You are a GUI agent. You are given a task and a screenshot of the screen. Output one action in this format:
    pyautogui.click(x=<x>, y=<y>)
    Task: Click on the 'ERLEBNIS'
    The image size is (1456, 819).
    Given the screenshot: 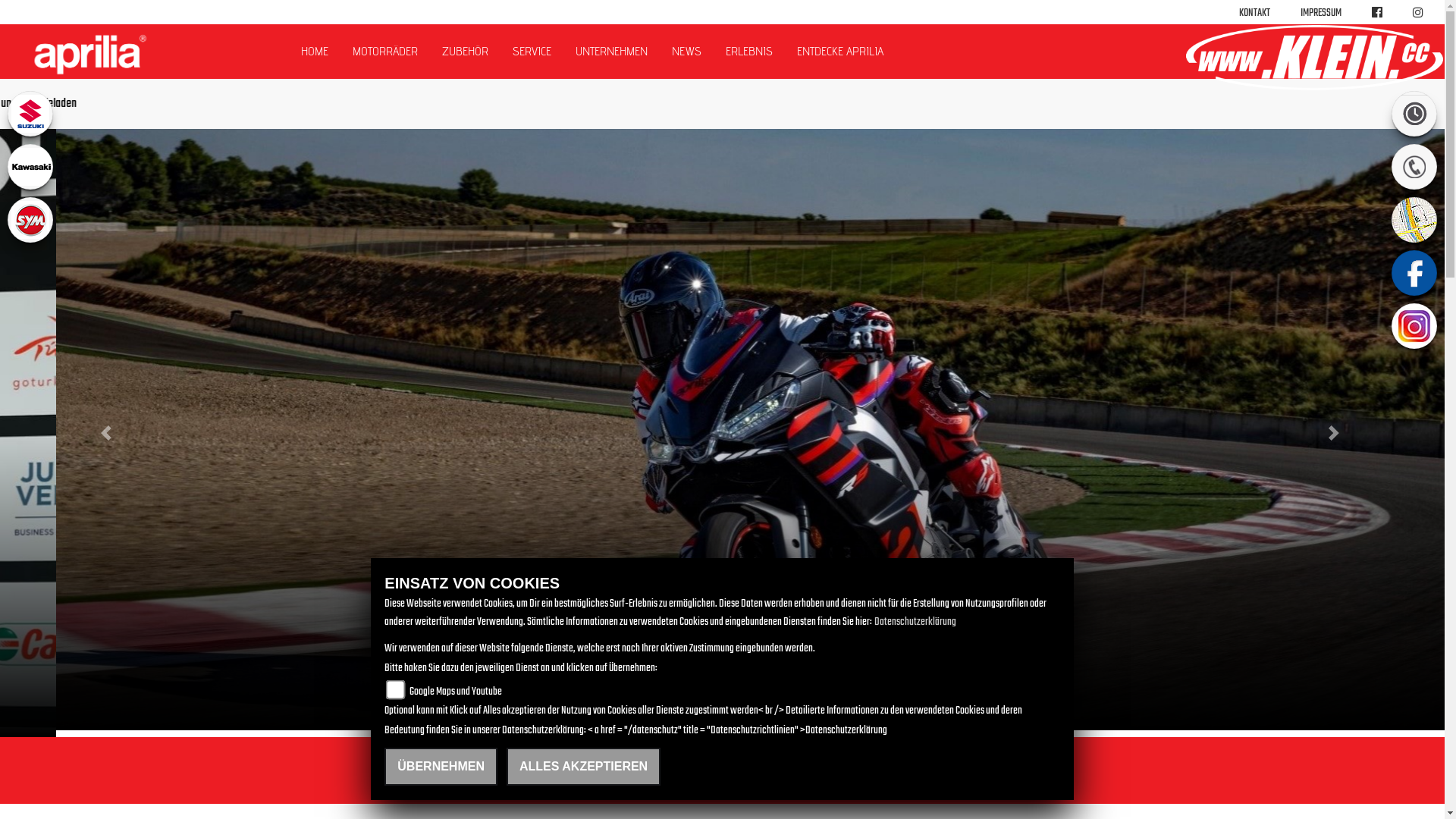 What is the action you would take?
    pyautogui.click(x=749, y=51)
    